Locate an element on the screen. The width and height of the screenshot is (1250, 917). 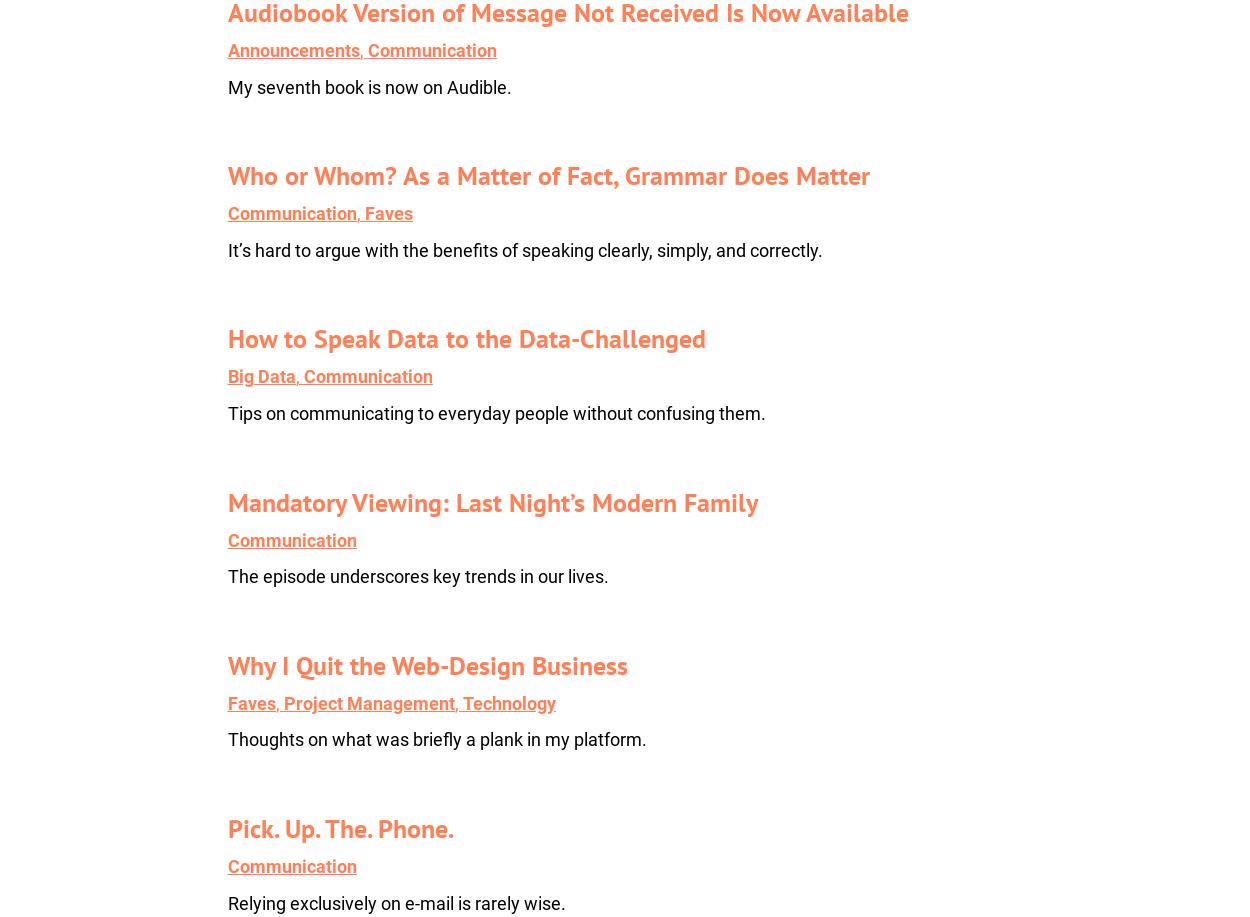
'Big Data' is located at coordinates (261, 375).